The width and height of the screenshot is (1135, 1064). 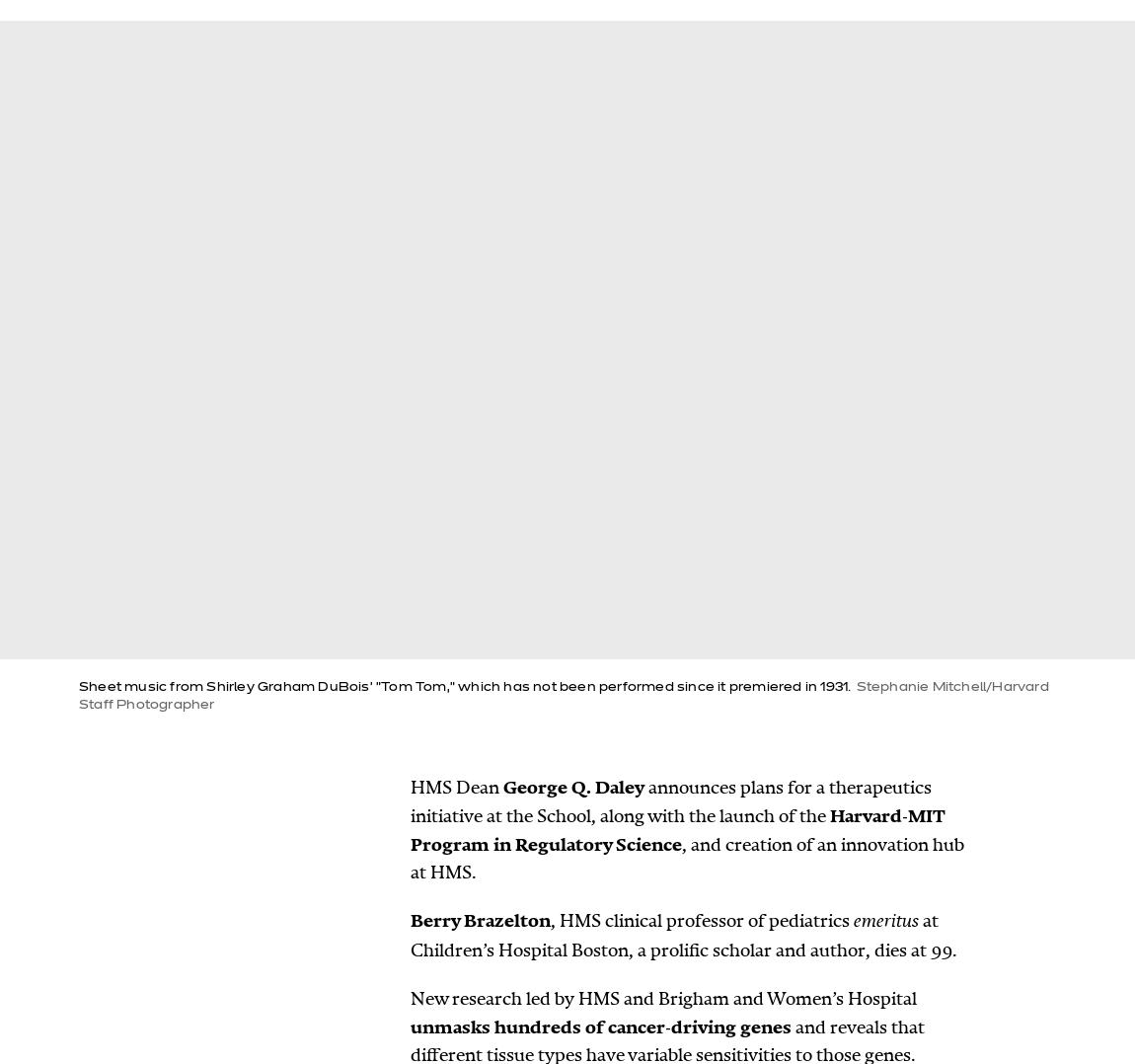 I want to click on 'HMS Dean', so click(x=456, y=785).